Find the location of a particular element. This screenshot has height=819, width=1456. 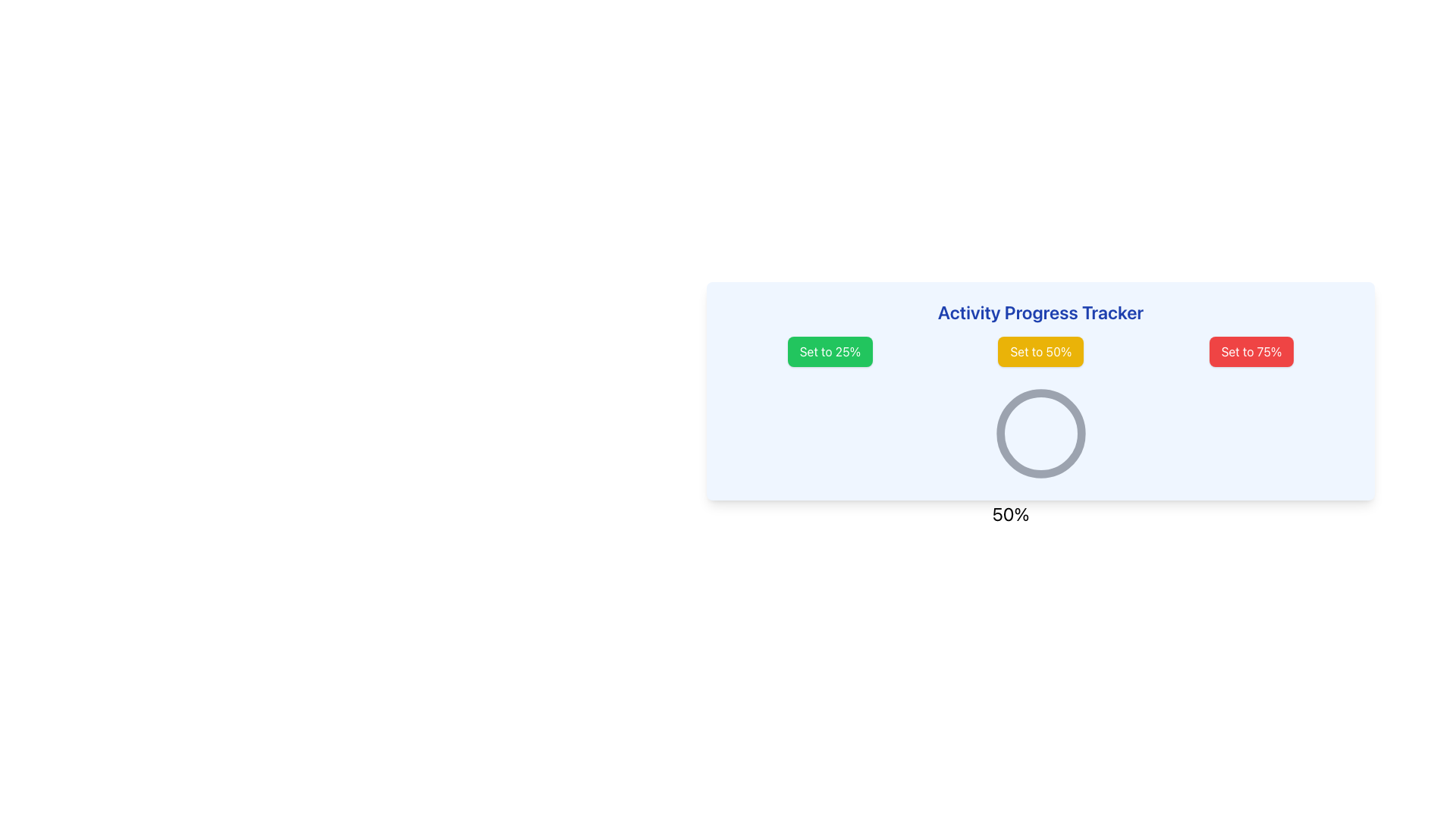

the Text Label that indicates a progress-related value, positioned centrally within a circular element below the buttons labeled 'Set to 25%', 'Set to 50%', and 'Set to 75%.' is located at coordinates (1011, 513).